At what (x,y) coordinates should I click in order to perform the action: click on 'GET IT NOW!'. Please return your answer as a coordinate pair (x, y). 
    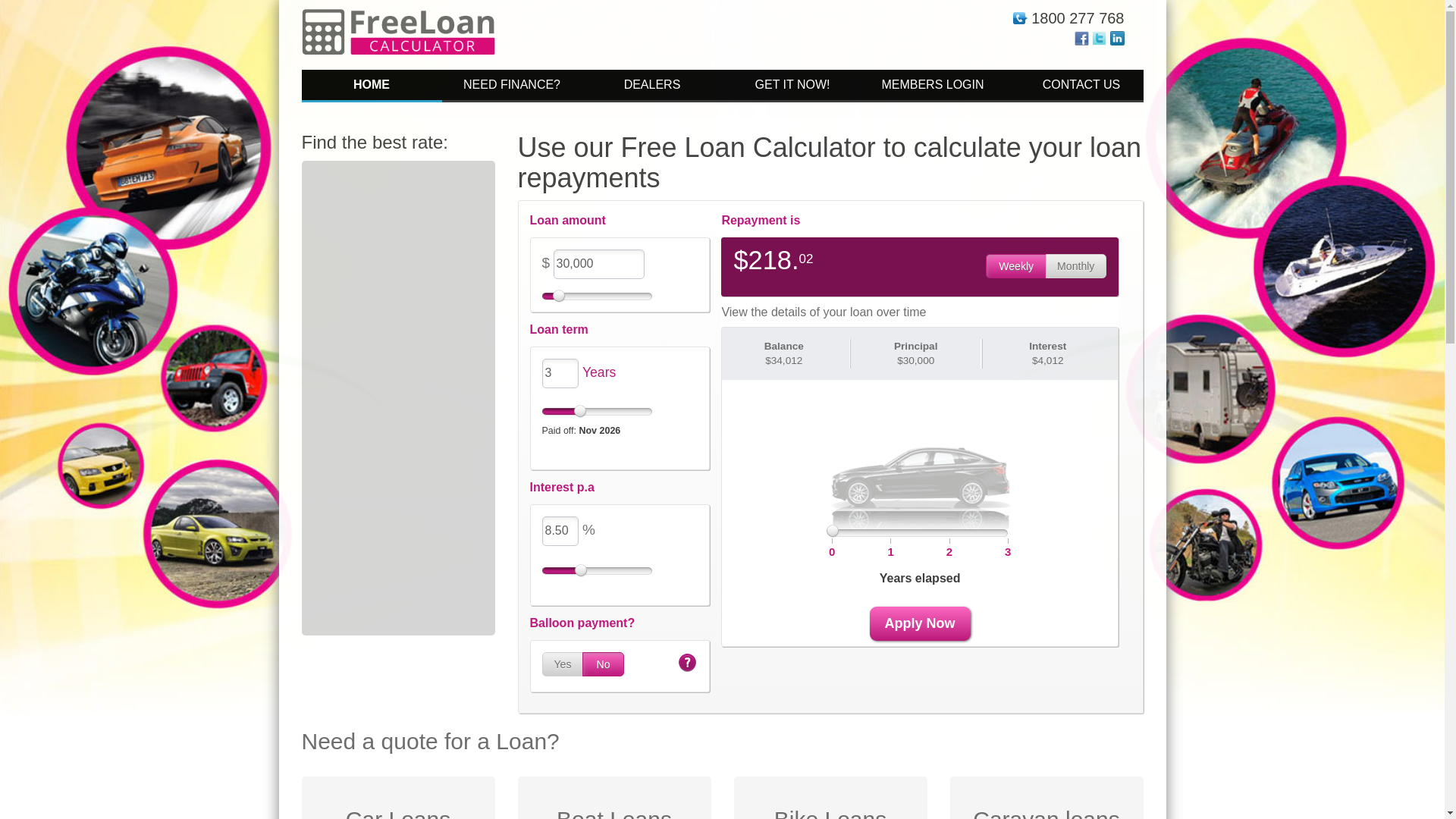
    Looking at the image, I should click on (791, 86).